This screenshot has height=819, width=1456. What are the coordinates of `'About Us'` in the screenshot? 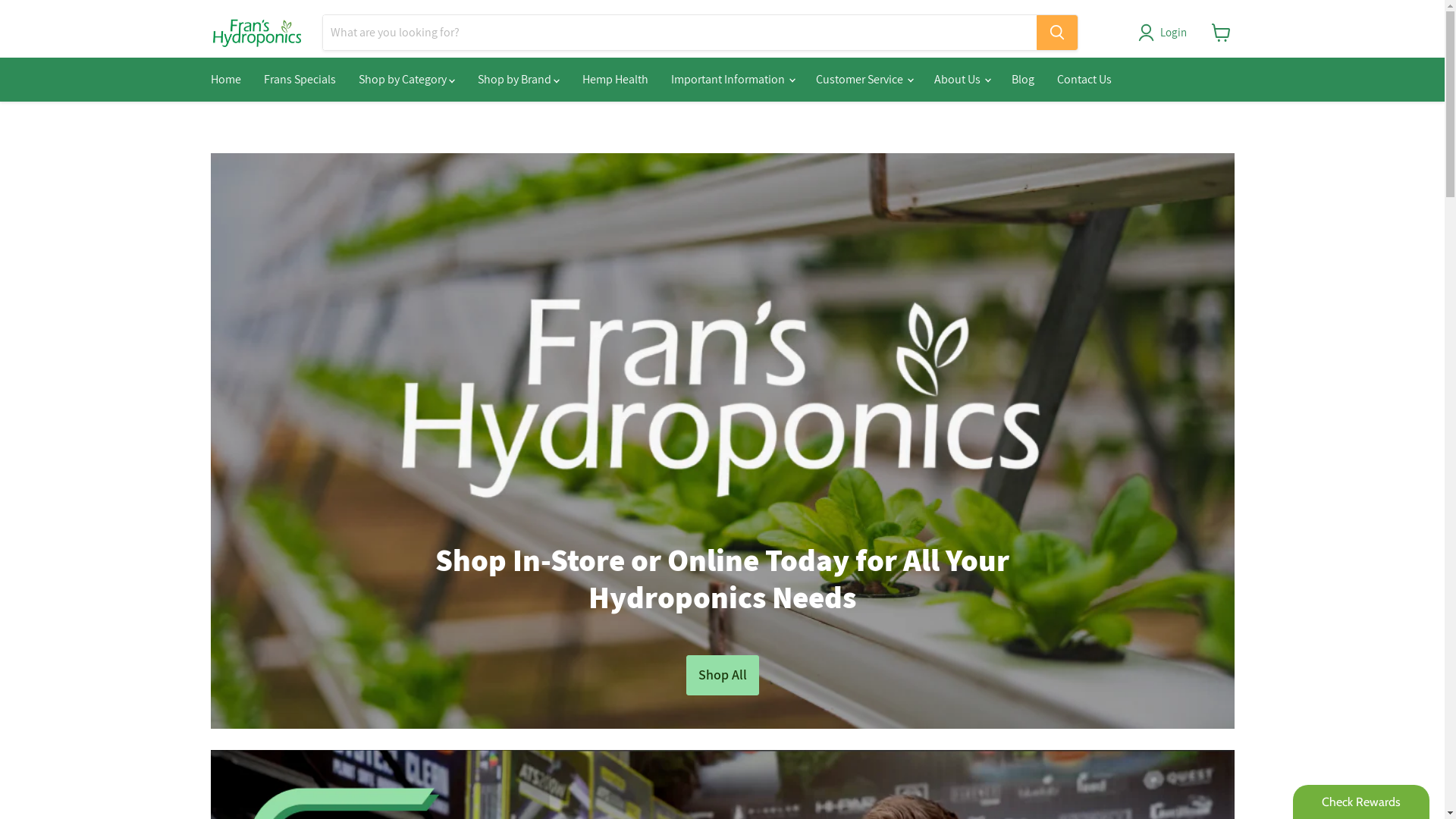 It's located at (960, 79).